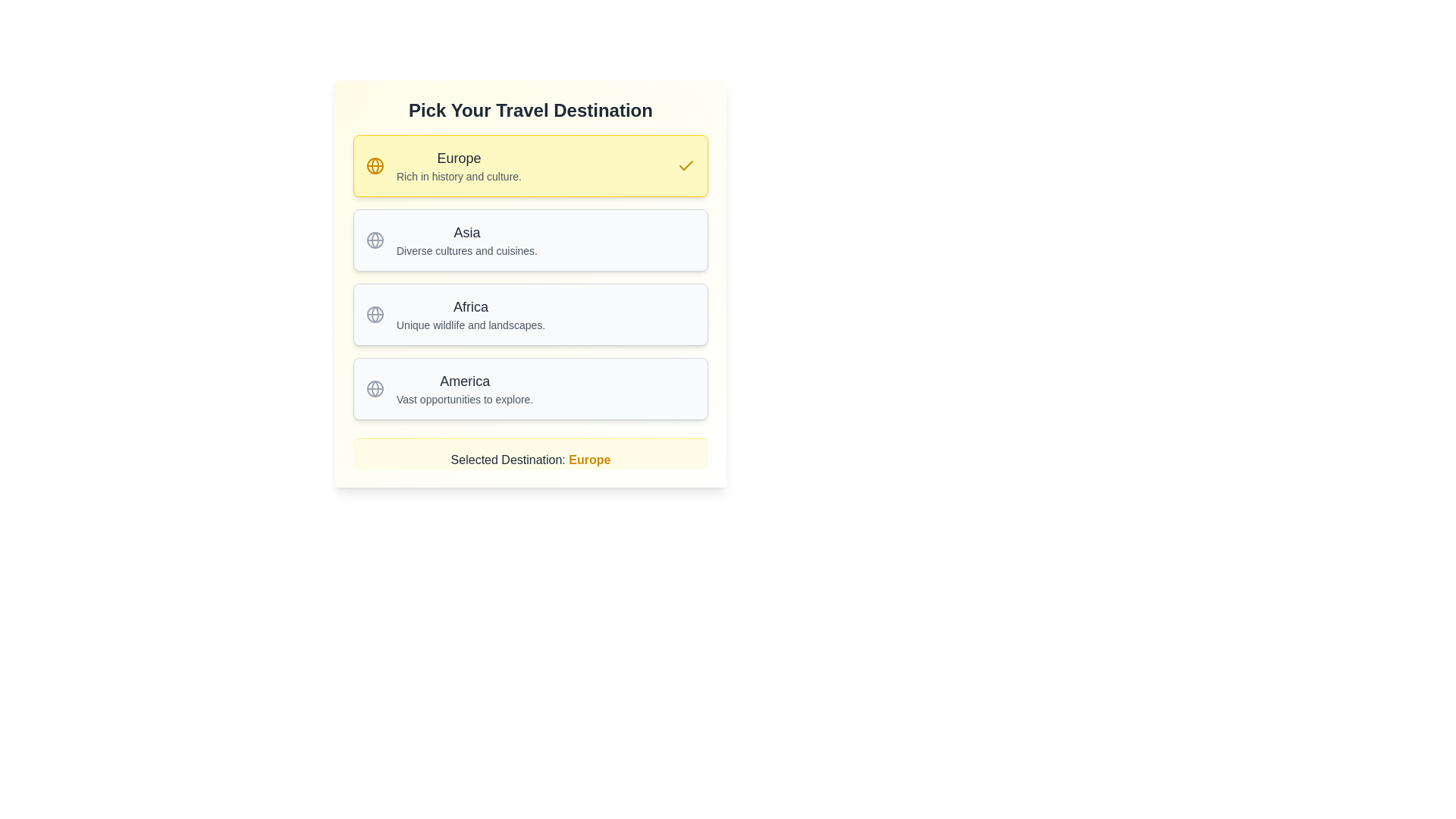  What do you see at coordinates (375, 239) in the screenshot?
I see `the appearance of the globe icon located to the left of the 'Asia' label in the vertical menu layout` at bounding box center [375, 239].